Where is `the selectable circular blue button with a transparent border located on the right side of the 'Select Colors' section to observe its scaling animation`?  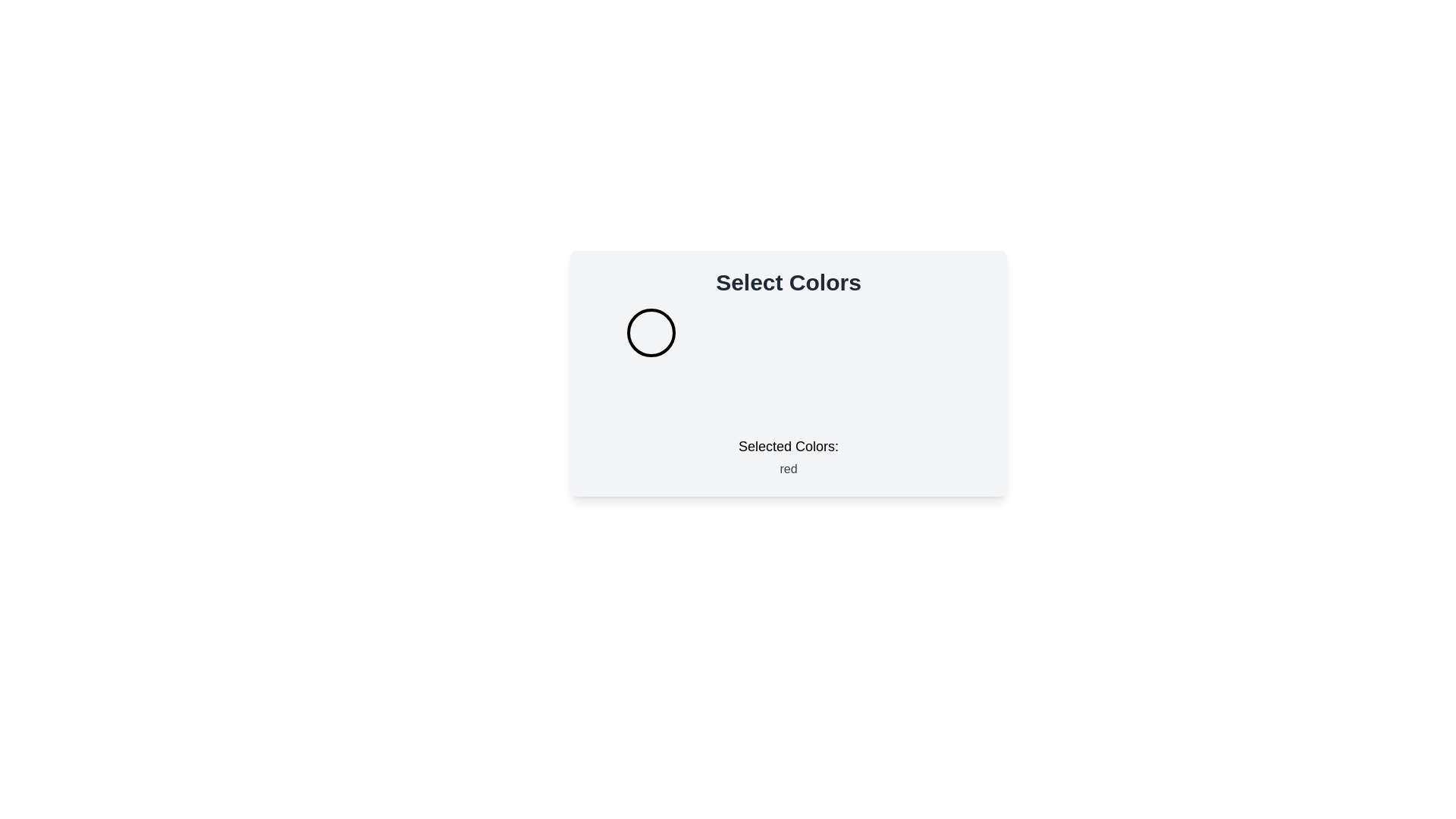
the selectable circular blue button with a transparent border located on the right side of the 'Select Colors' section to observe its scaling animation is located at coordinates (925, 332).